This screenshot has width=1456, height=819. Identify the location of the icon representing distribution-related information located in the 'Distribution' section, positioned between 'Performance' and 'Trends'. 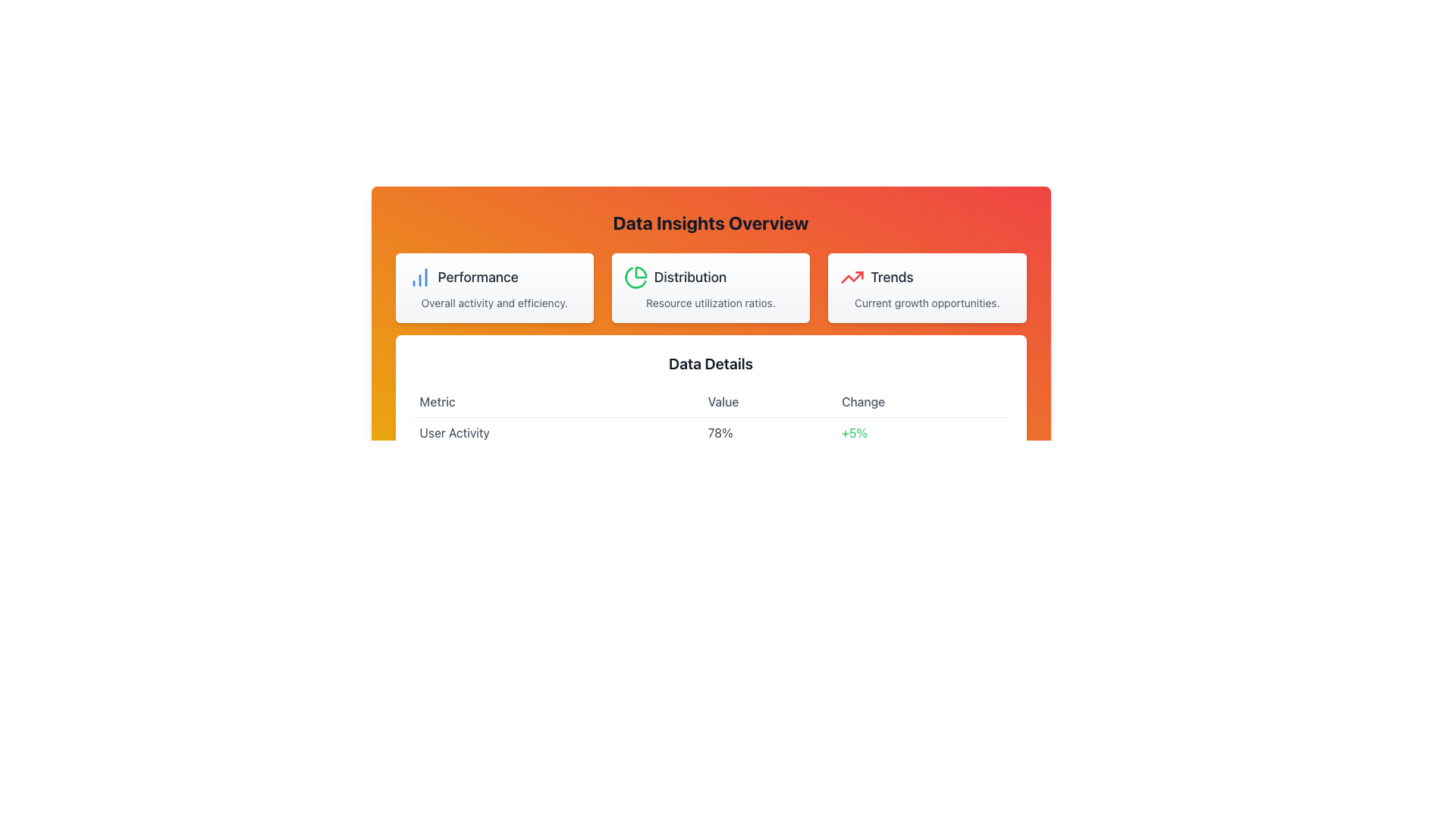
(635, 278).